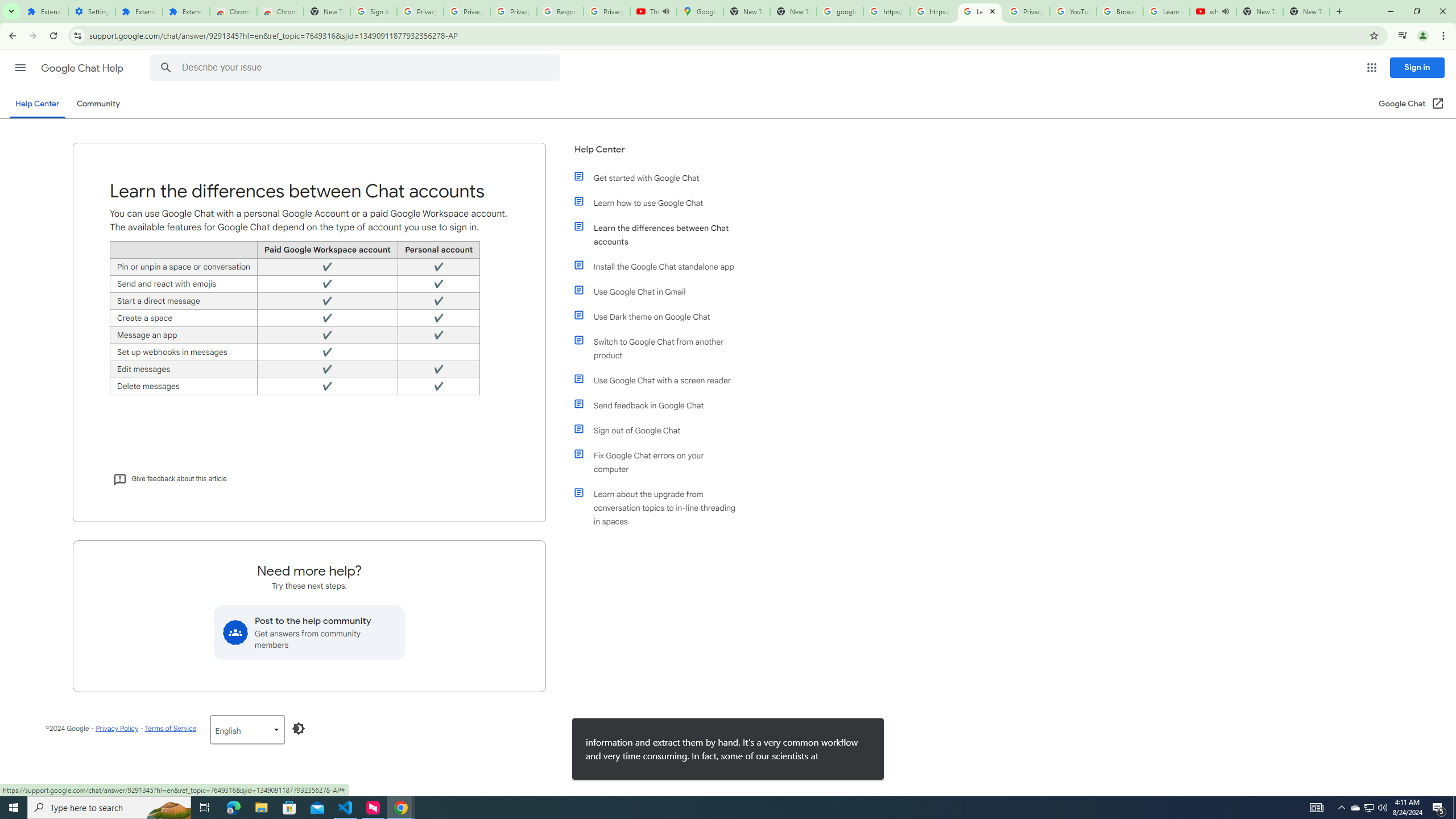  I want to click on 'Chrome Web Store - Themes', so click(280, 11).